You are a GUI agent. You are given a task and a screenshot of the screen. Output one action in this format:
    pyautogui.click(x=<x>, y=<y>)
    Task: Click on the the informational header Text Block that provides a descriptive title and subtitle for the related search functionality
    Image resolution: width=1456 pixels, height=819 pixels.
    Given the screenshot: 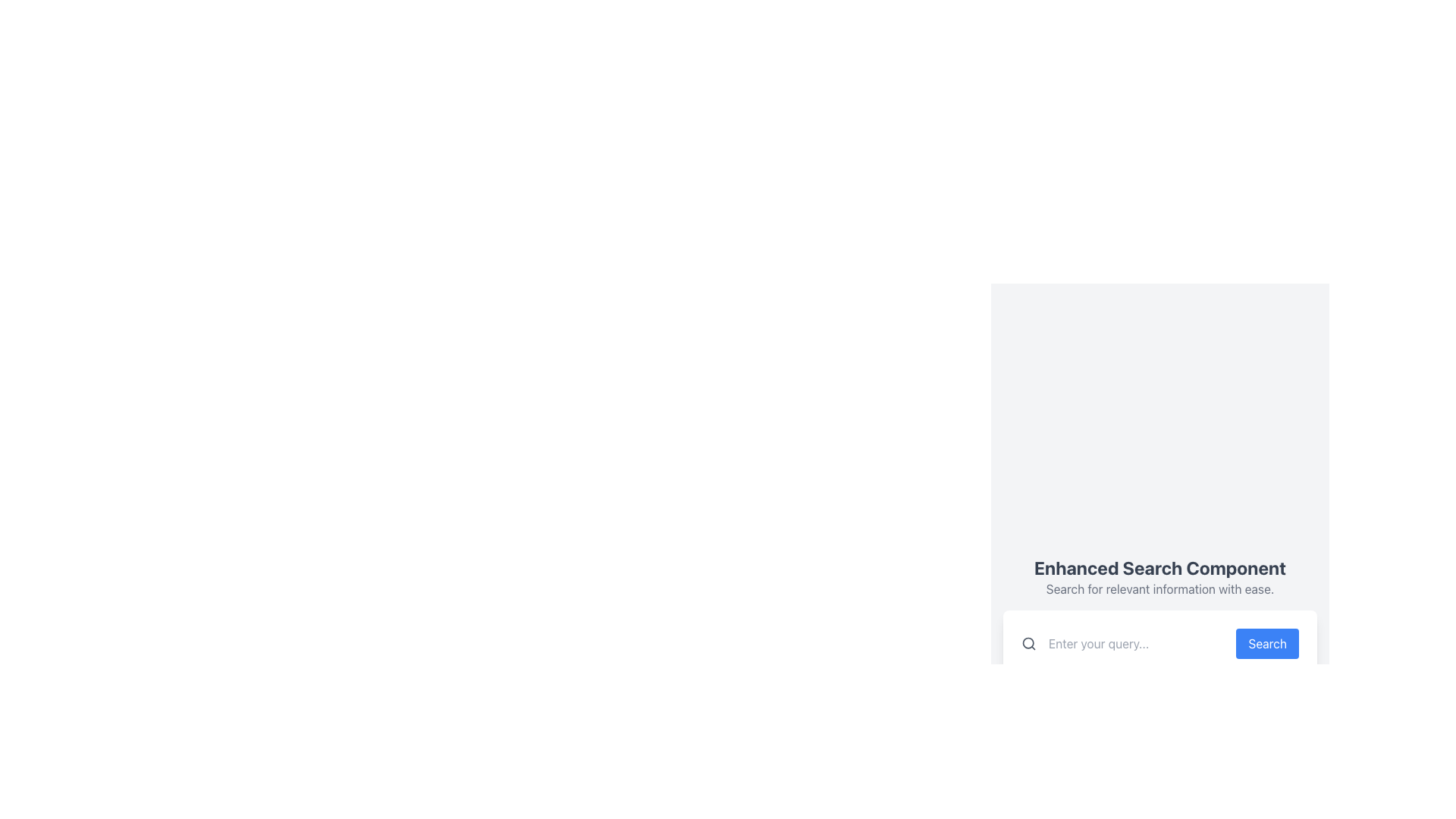 What is the action you would take?
    pyautogui.click(x=1159, y=576)
    